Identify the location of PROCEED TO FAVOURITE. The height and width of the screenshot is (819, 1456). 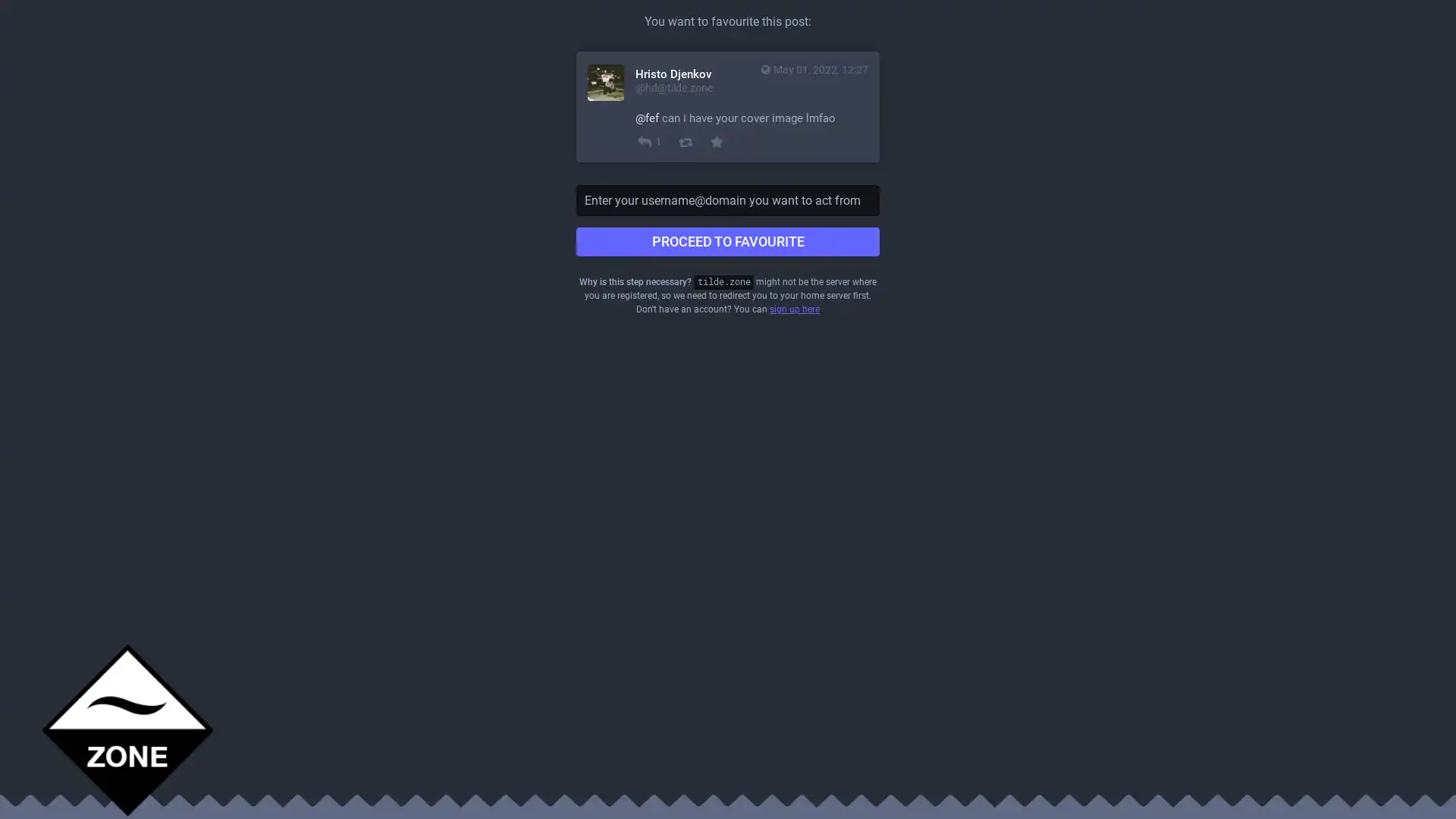
(728, 241).